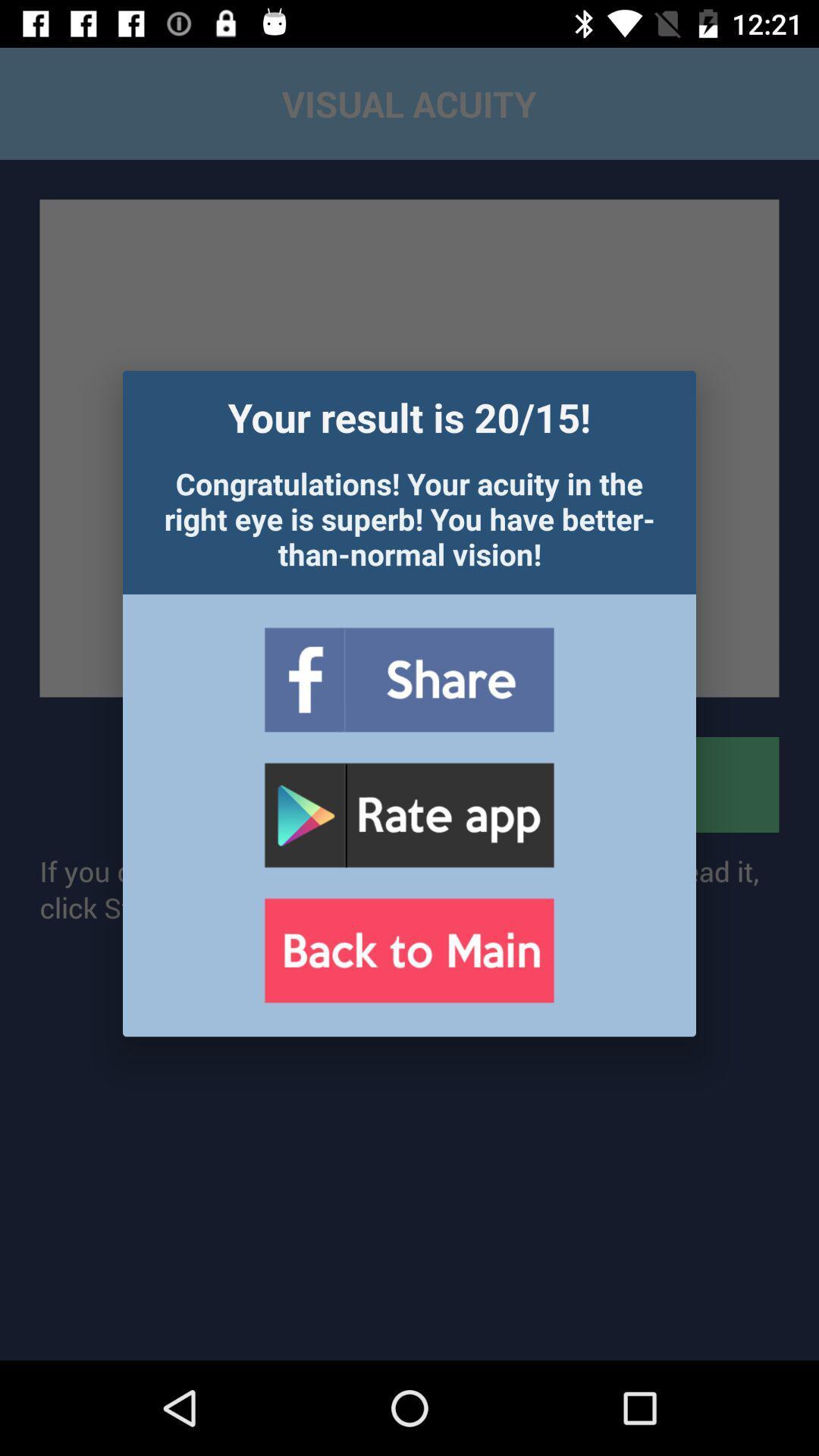  Describe the element at coordinates (408, 679) in the screenshot. I see `share` at that location.